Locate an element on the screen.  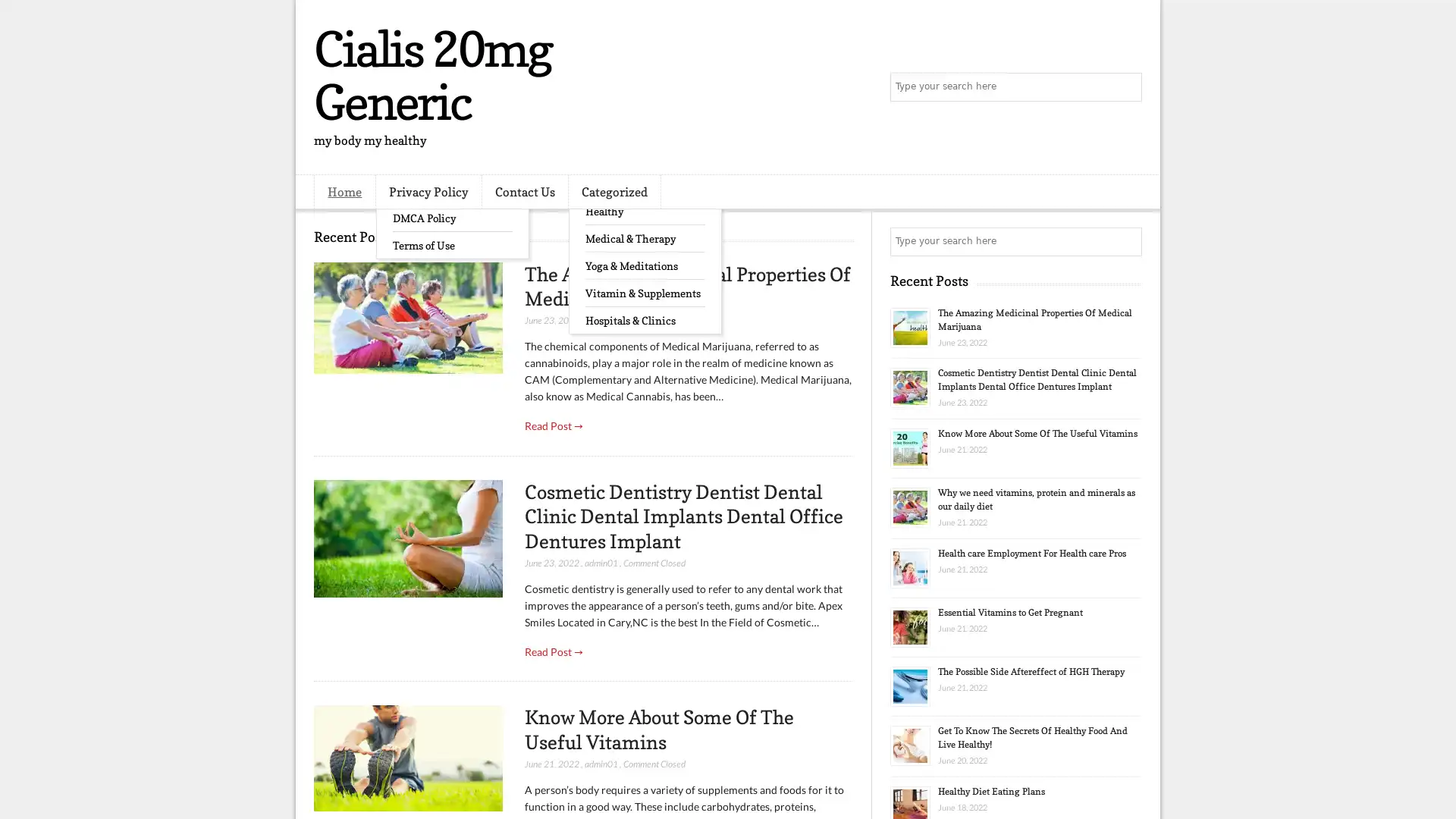
Search is located at coordinates (1126, 241).